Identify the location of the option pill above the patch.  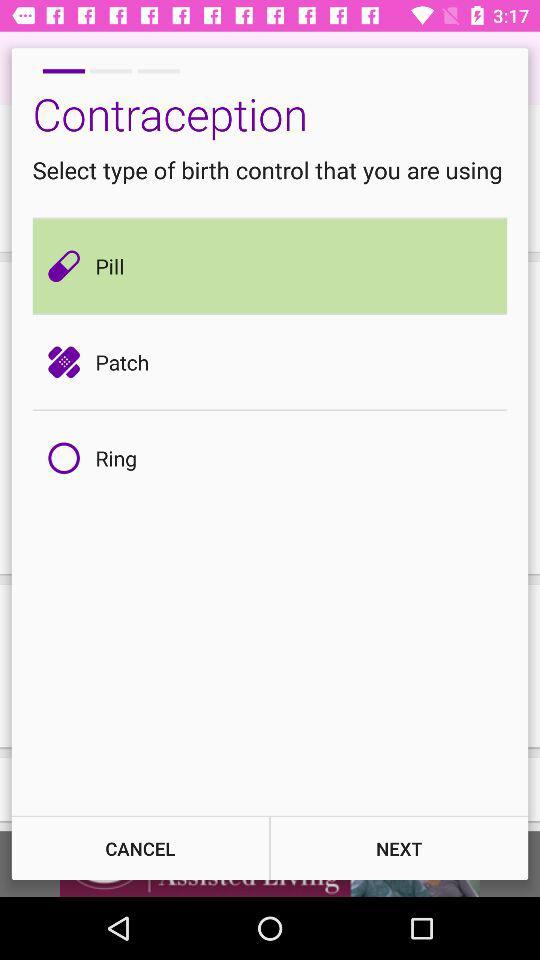
(68, 265).